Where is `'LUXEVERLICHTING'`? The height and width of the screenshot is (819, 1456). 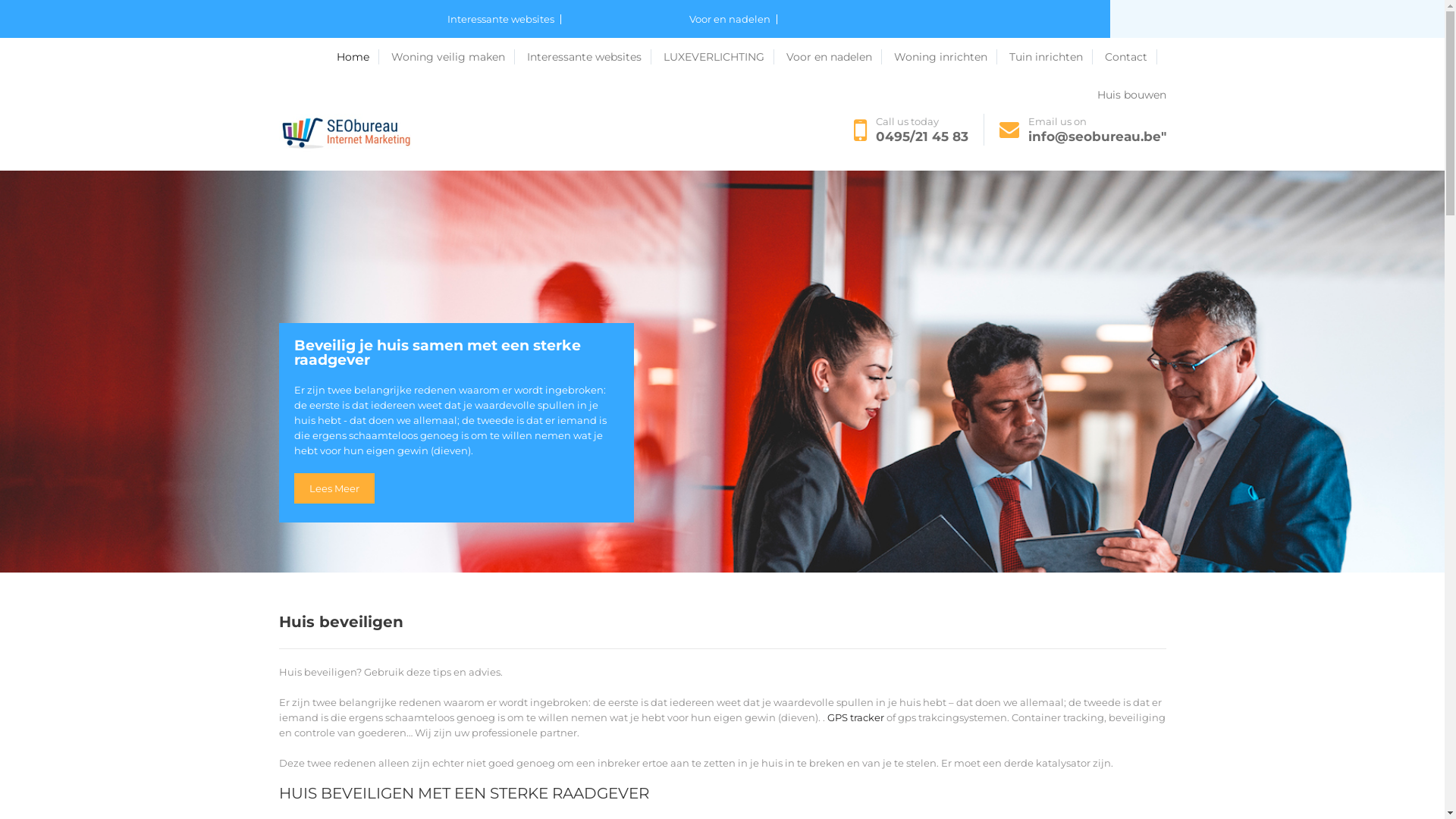
'LUXEVERLICHTING' is located at coordinates (629, 56).